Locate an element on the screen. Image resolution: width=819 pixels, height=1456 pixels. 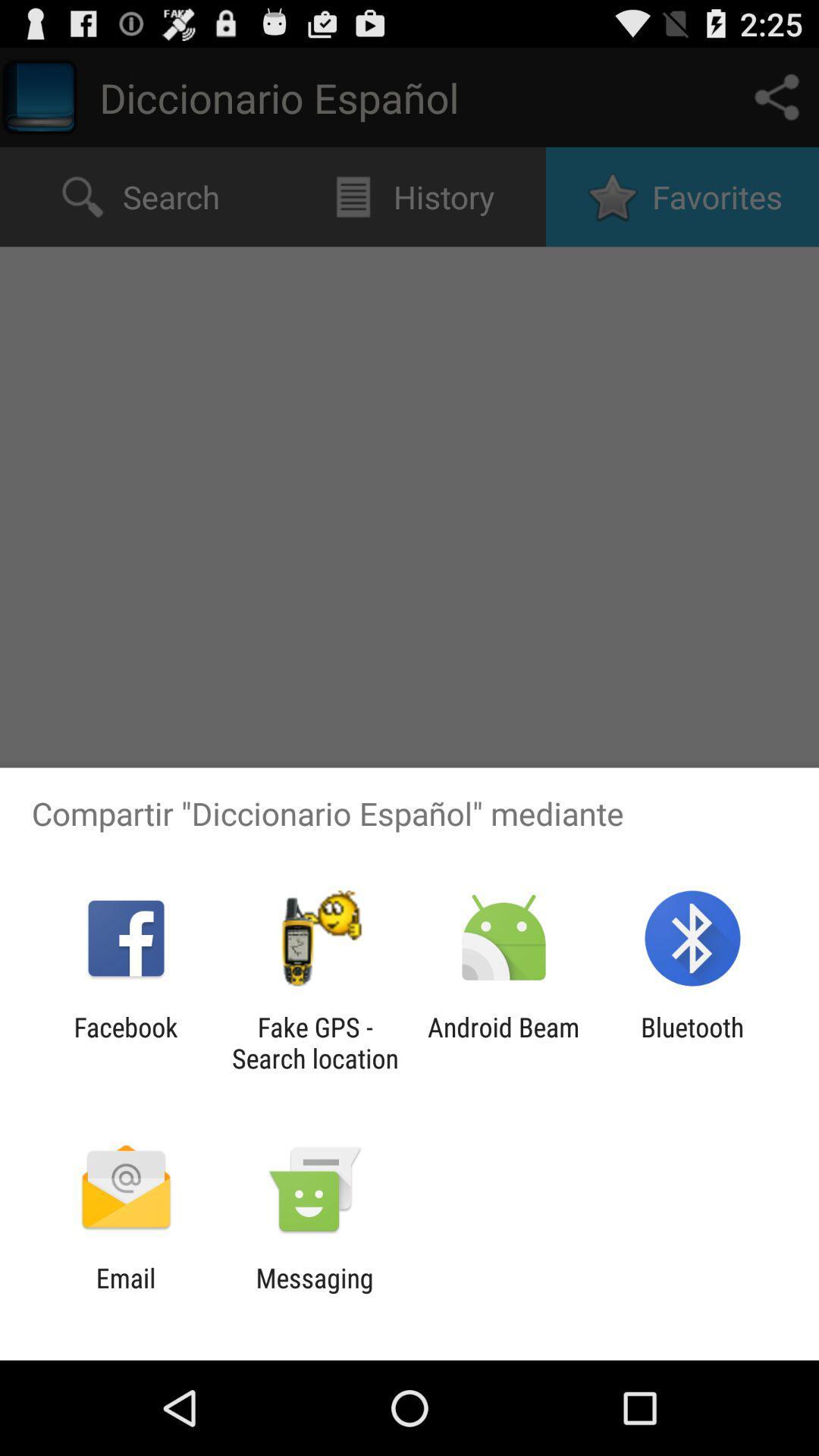
the icon next to the android beam item is located at coordinates (692, 1042).